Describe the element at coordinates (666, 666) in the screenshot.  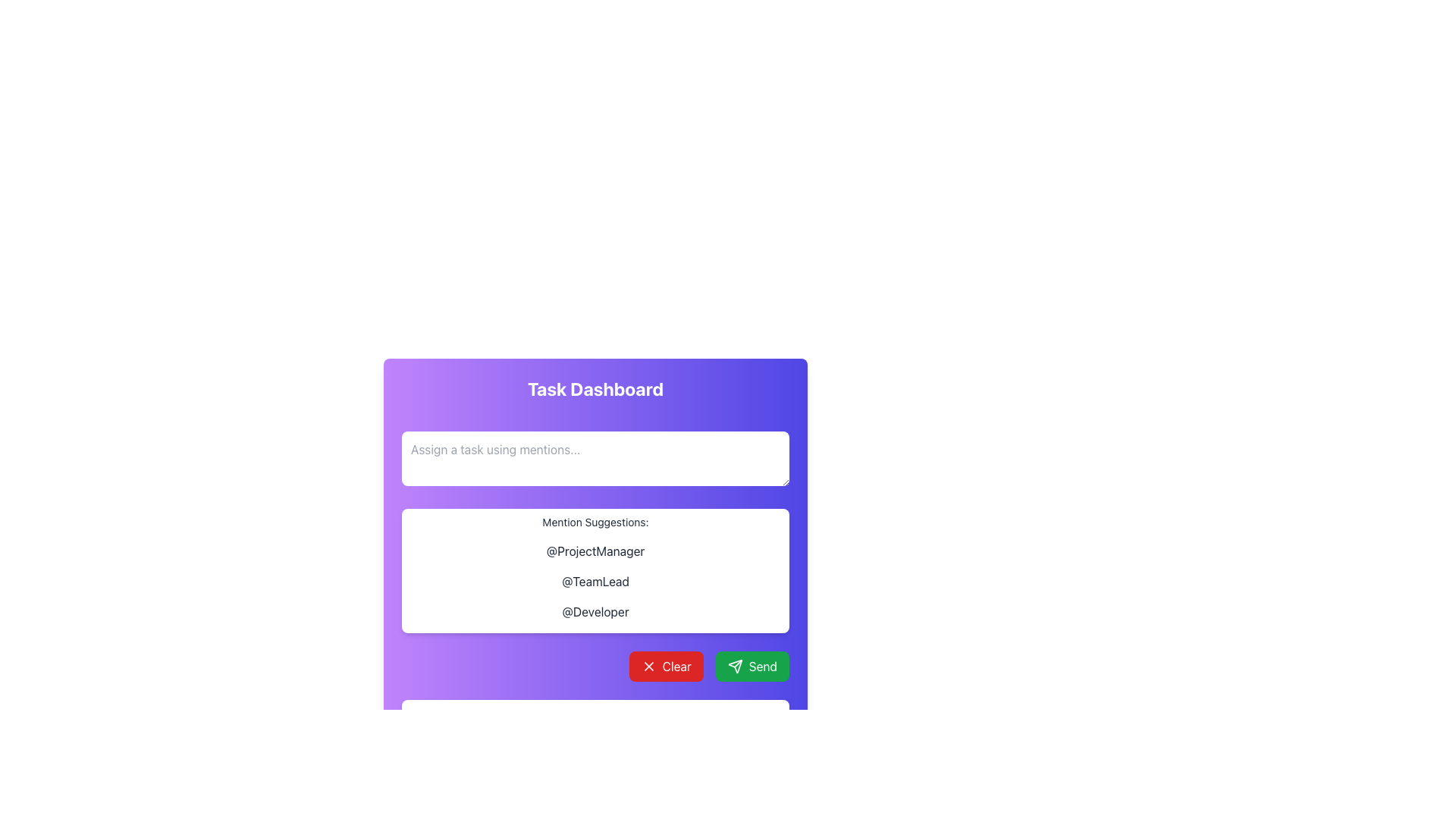
I see `the prominent red 'Clear' button with an 'X' icon located in the bottom-left corner of the two-button group` at that location.